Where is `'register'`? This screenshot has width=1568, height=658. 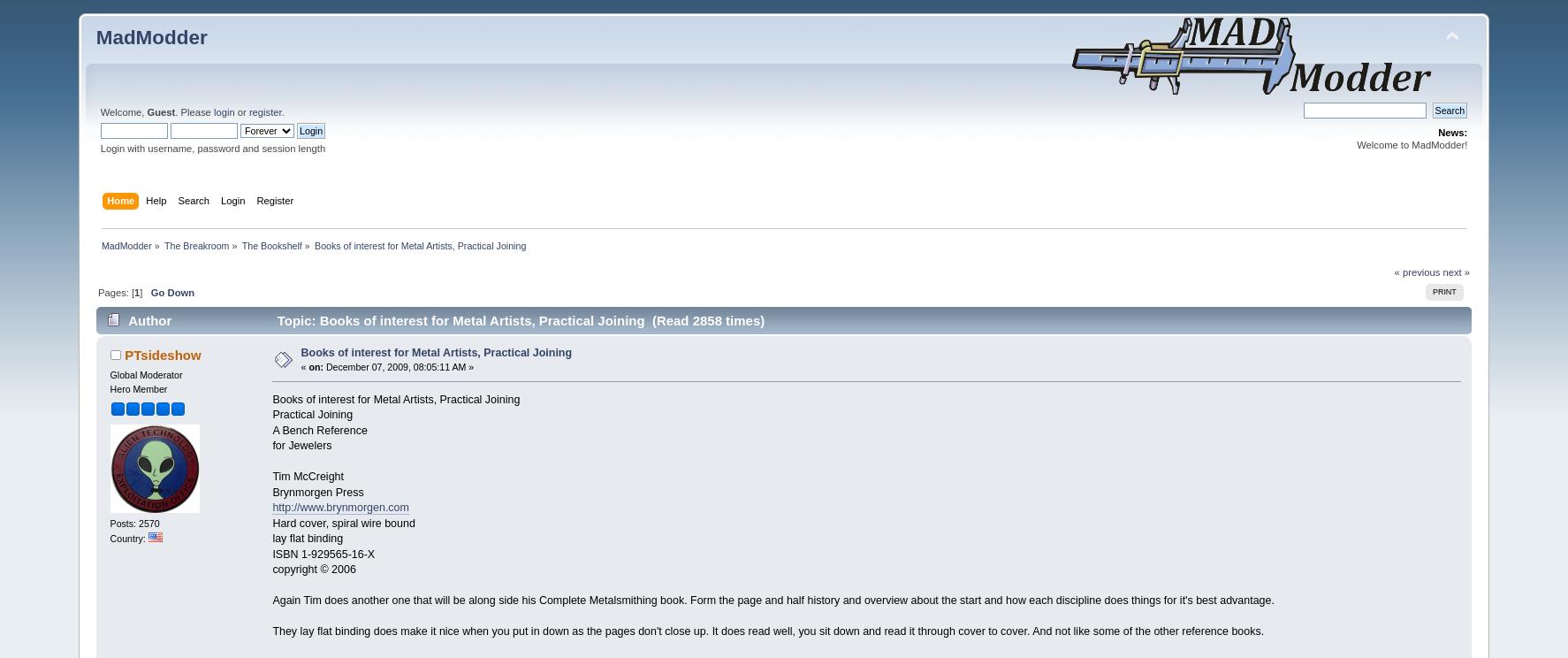
'register' is located at coordinates (264, 112).